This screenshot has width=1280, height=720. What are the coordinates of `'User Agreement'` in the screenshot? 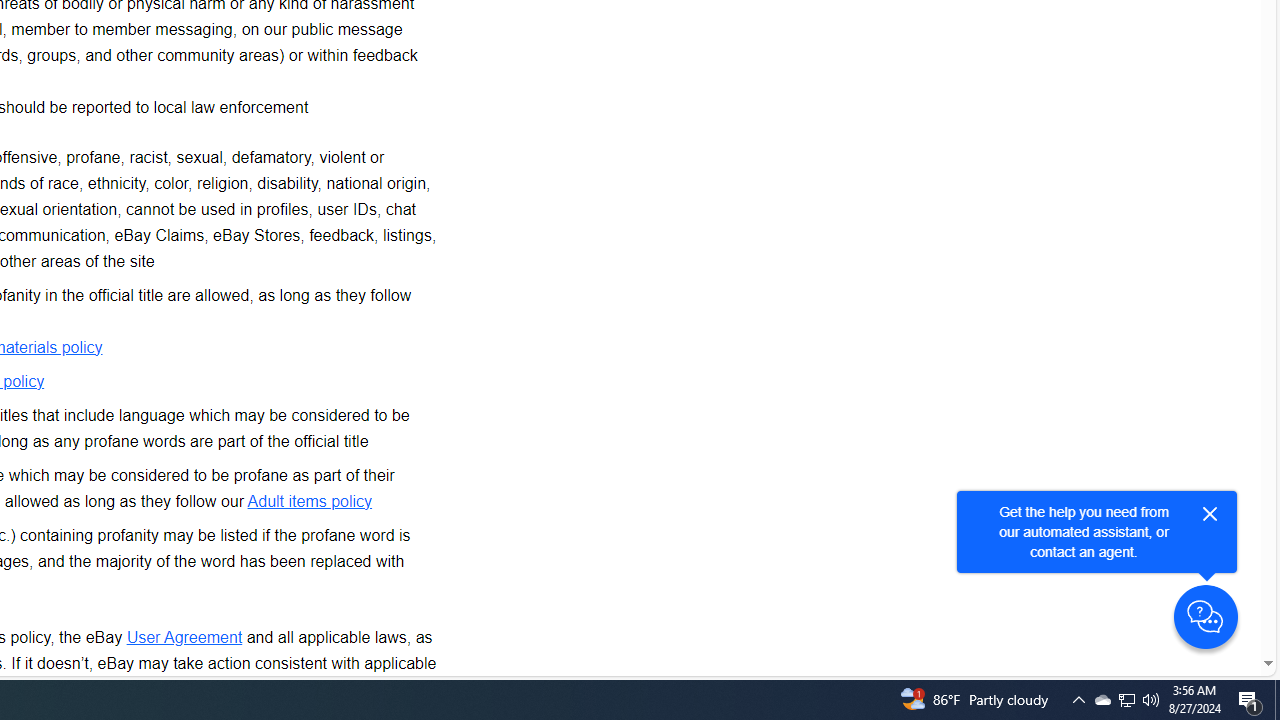 It's located at (184, 636).